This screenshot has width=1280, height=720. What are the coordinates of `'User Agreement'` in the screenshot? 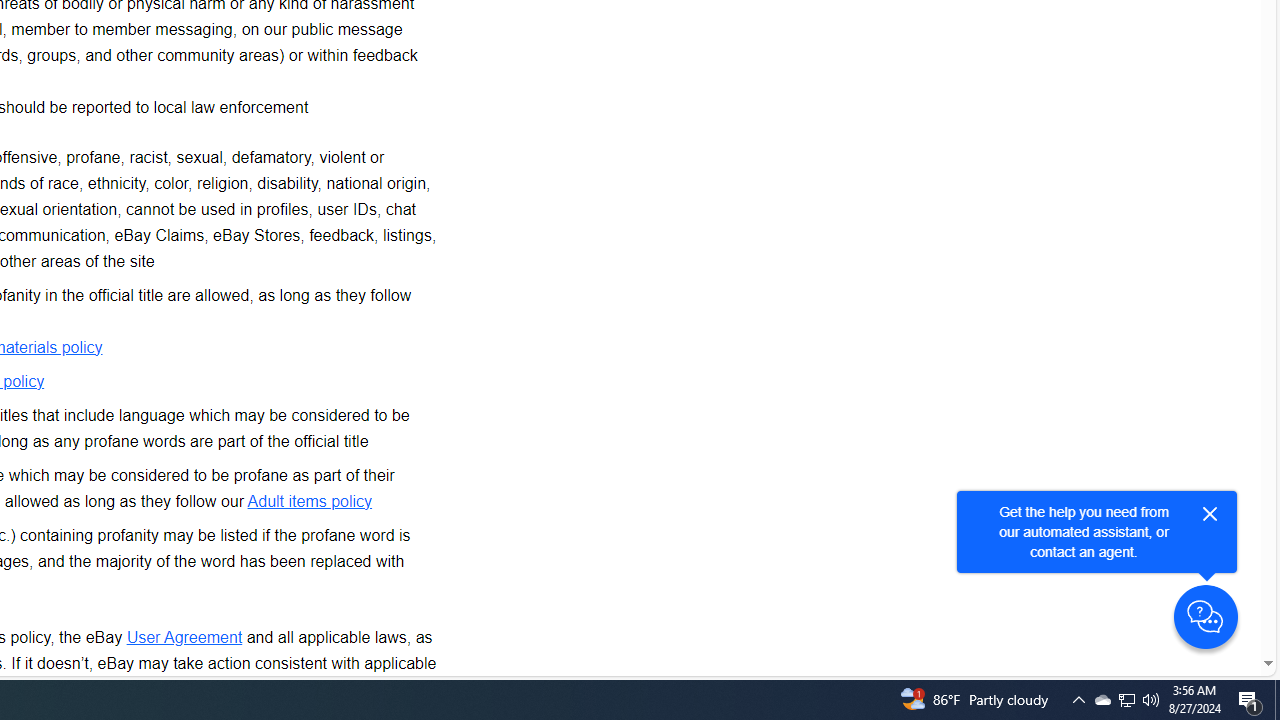 It's located at (184, 636).